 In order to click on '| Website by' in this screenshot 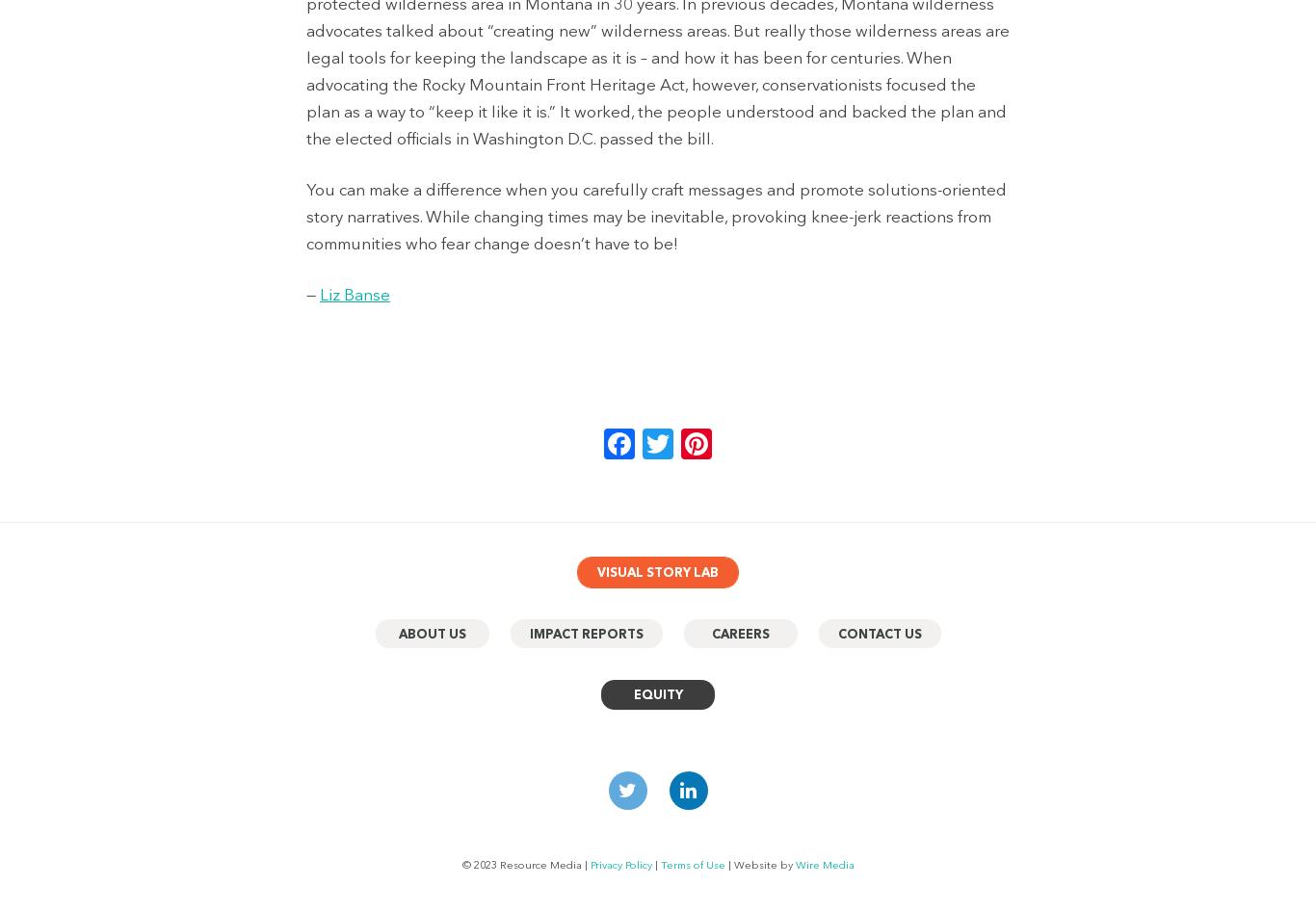, I will do `click(759, 864)`.